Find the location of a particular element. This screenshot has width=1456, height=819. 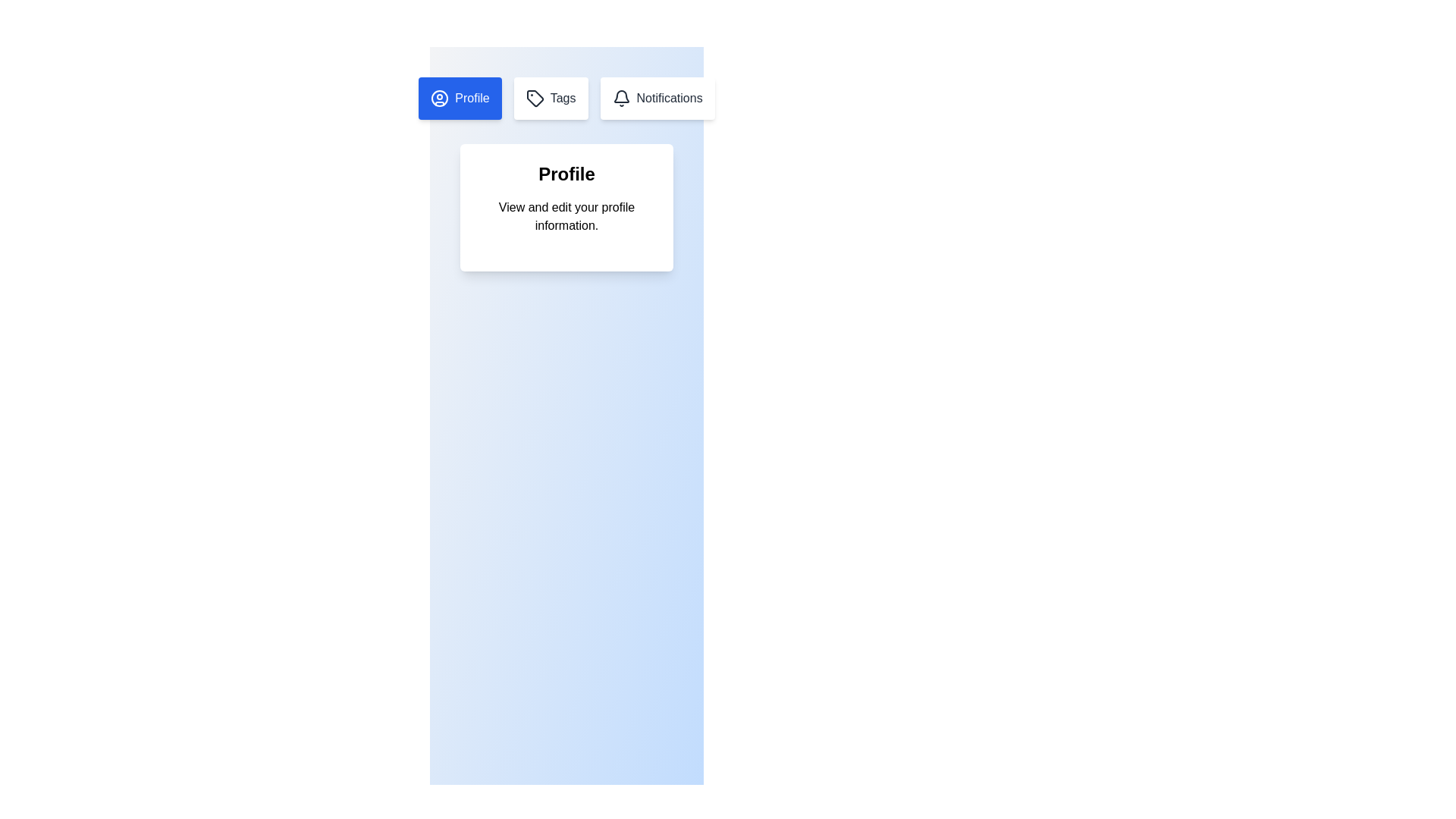

the Profile tab is located at coordinates (459, 99).